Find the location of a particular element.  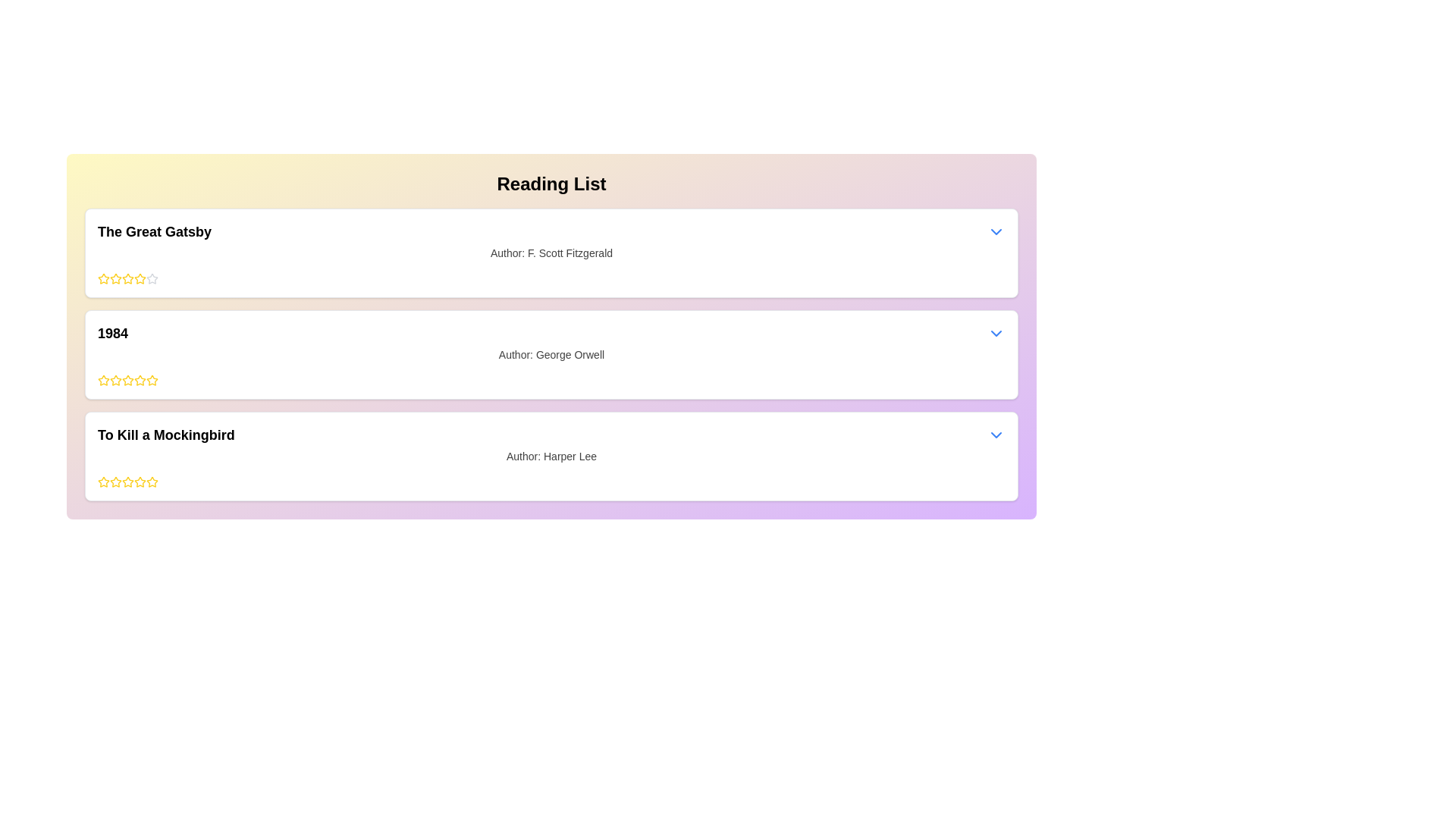

the fifth yellow star icon in the rating system for the book 'To Kill a Mockingbird' is located at coordinates (152, 482).